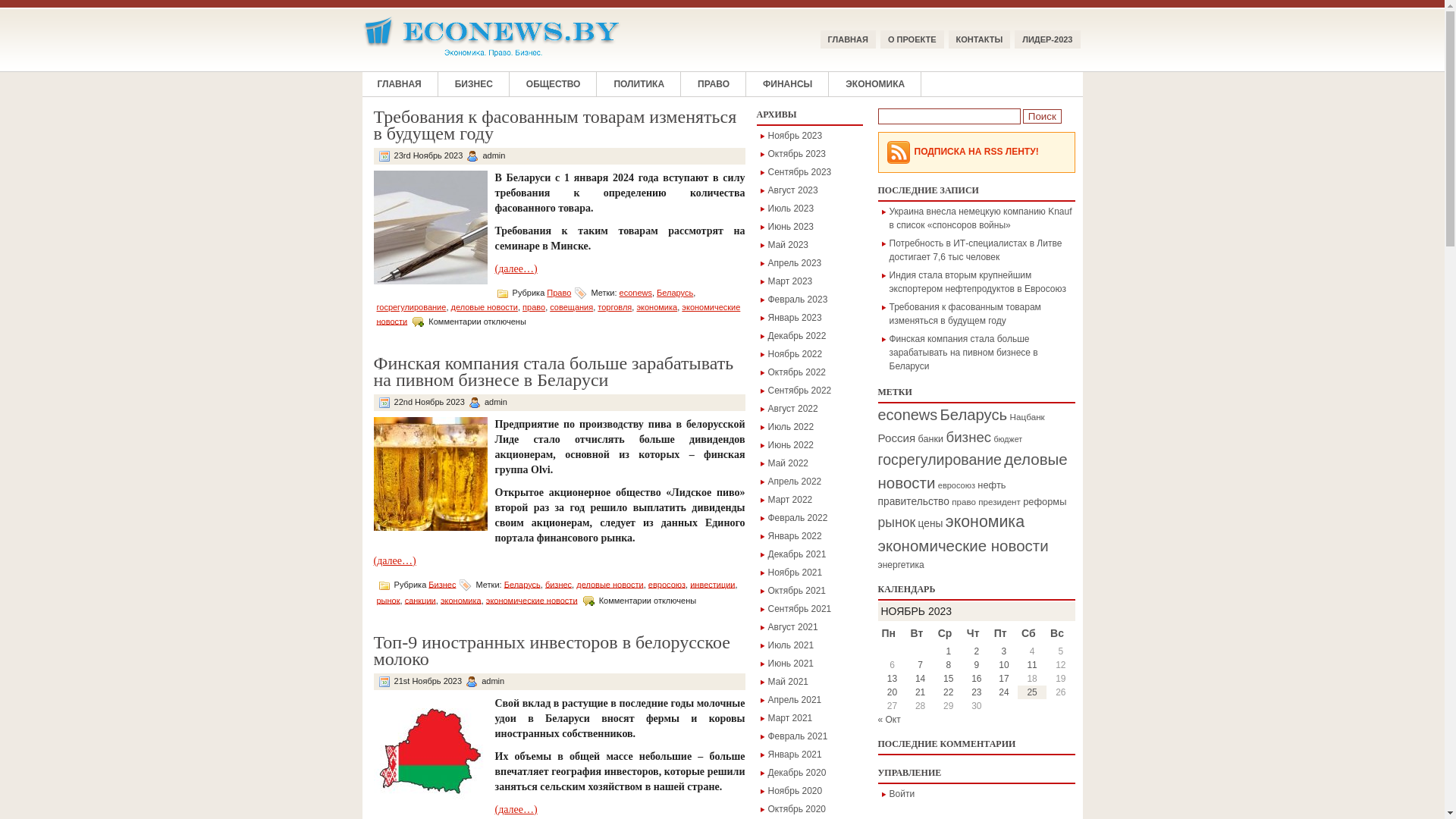 Image resolution: width=1456 pixels, height=819 pixels. Describe the element at coordinates (1031, 664) in the screenshot. I see `'11'` at that location.